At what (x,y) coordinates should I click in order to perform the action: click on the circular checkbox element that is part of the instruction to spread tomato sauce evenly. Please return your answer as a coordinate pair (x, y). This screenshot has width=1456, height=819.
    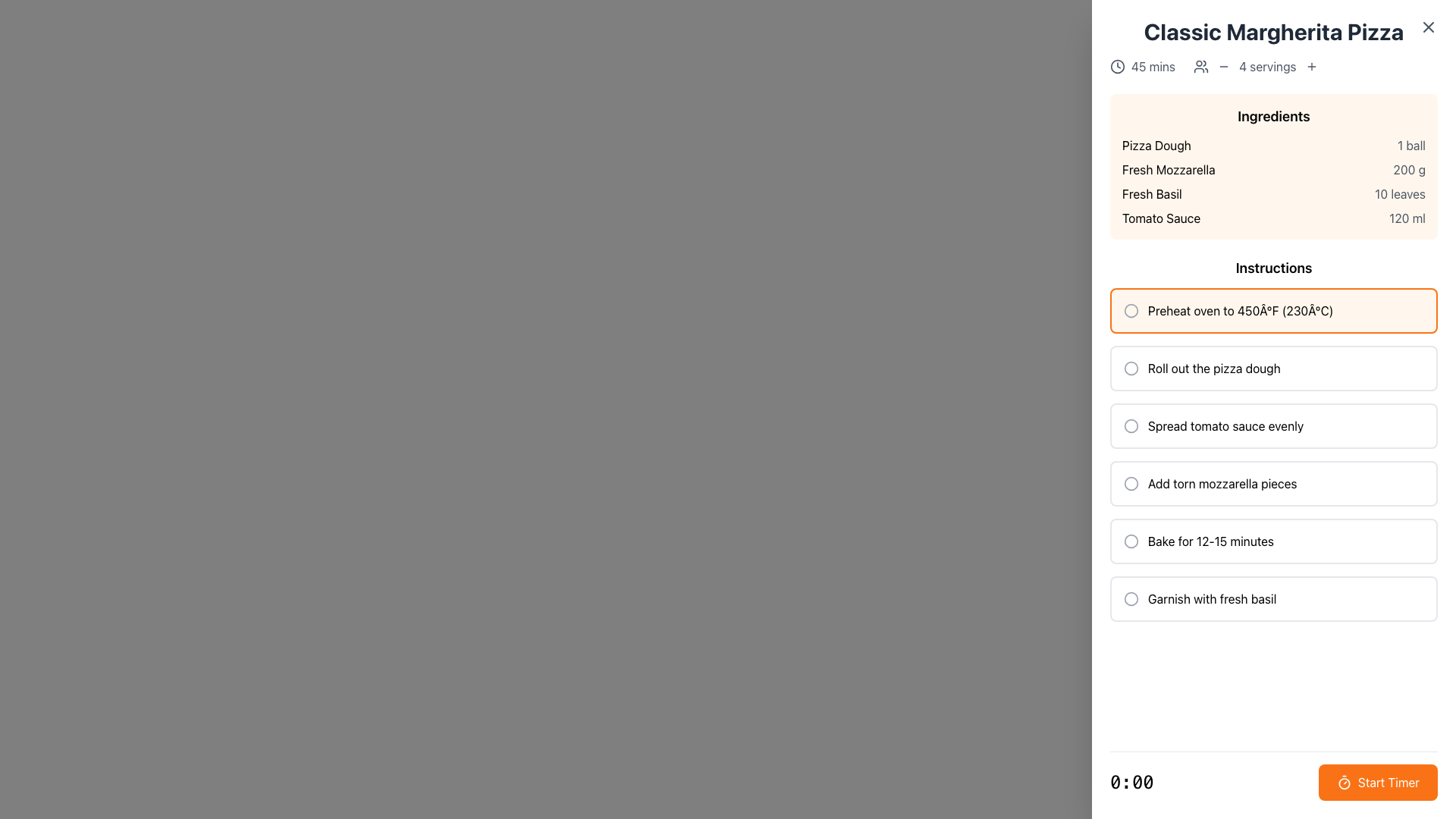
    Looking at the image, I should click on (1131, 426).